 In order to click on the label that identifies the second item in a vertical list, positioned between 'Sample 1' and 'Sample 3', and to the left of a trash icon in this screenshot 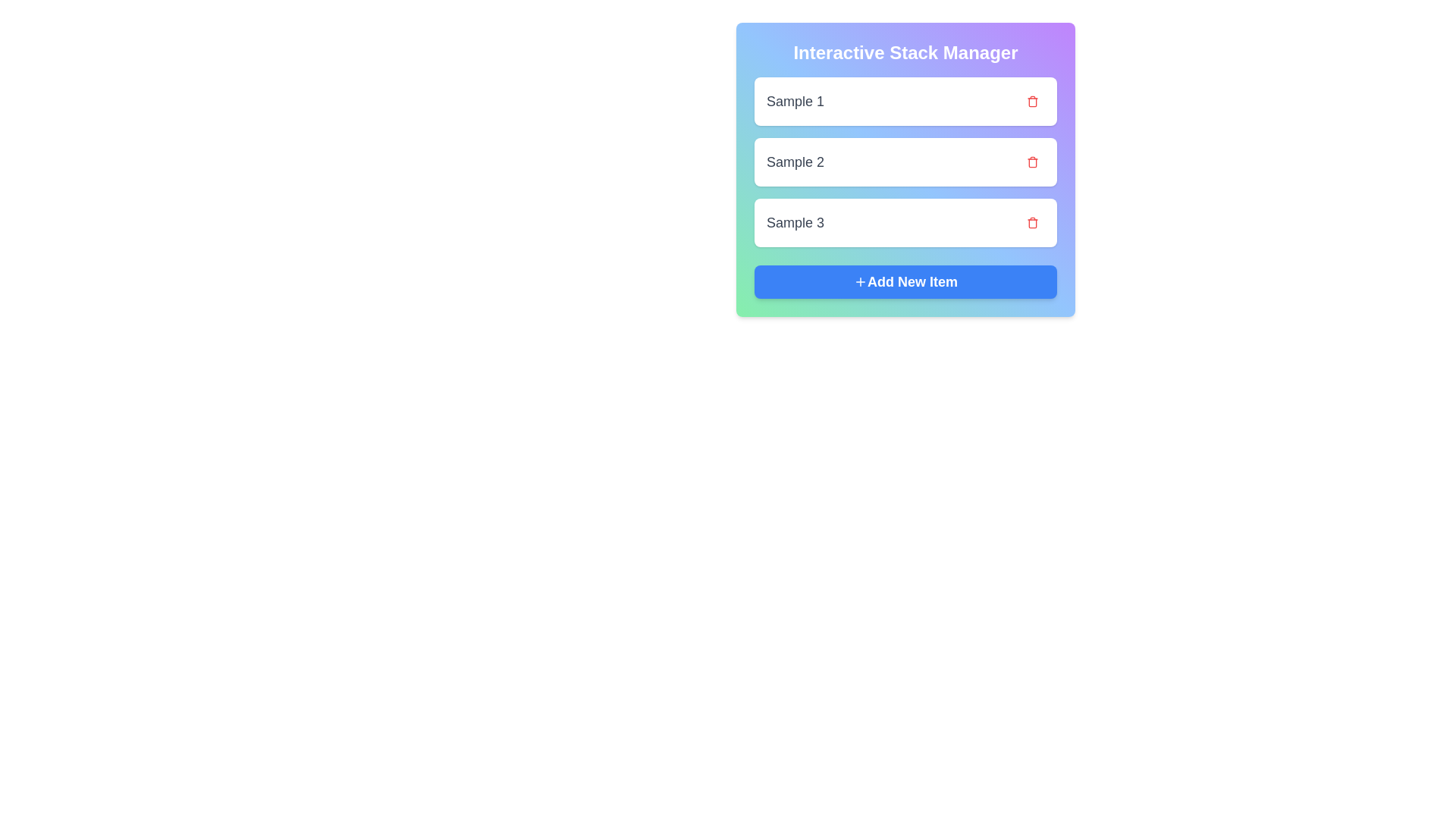, I will do `click(795, 162)`.